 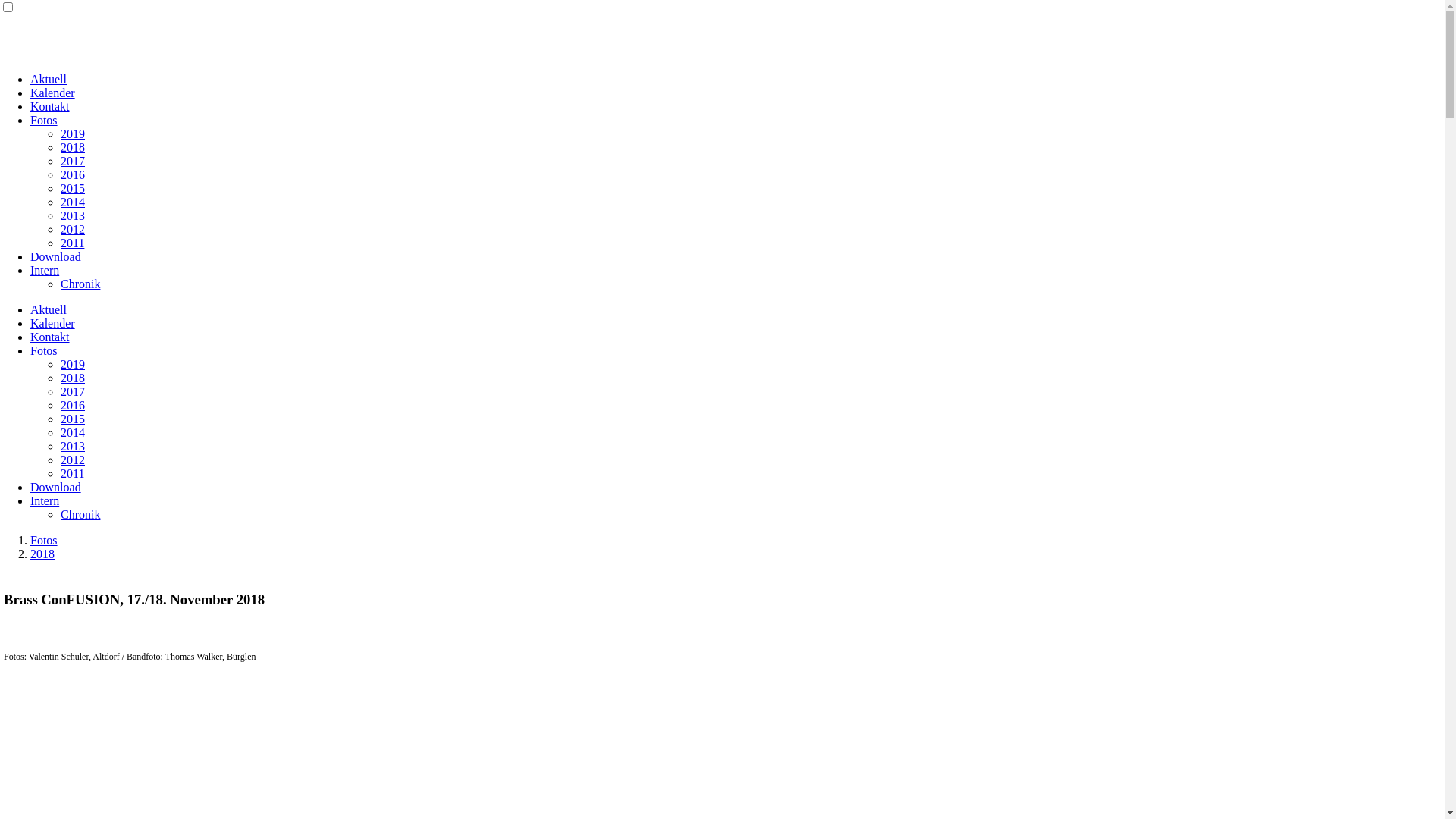 I want to click on 'Fotos', so click(x=43, y=119).